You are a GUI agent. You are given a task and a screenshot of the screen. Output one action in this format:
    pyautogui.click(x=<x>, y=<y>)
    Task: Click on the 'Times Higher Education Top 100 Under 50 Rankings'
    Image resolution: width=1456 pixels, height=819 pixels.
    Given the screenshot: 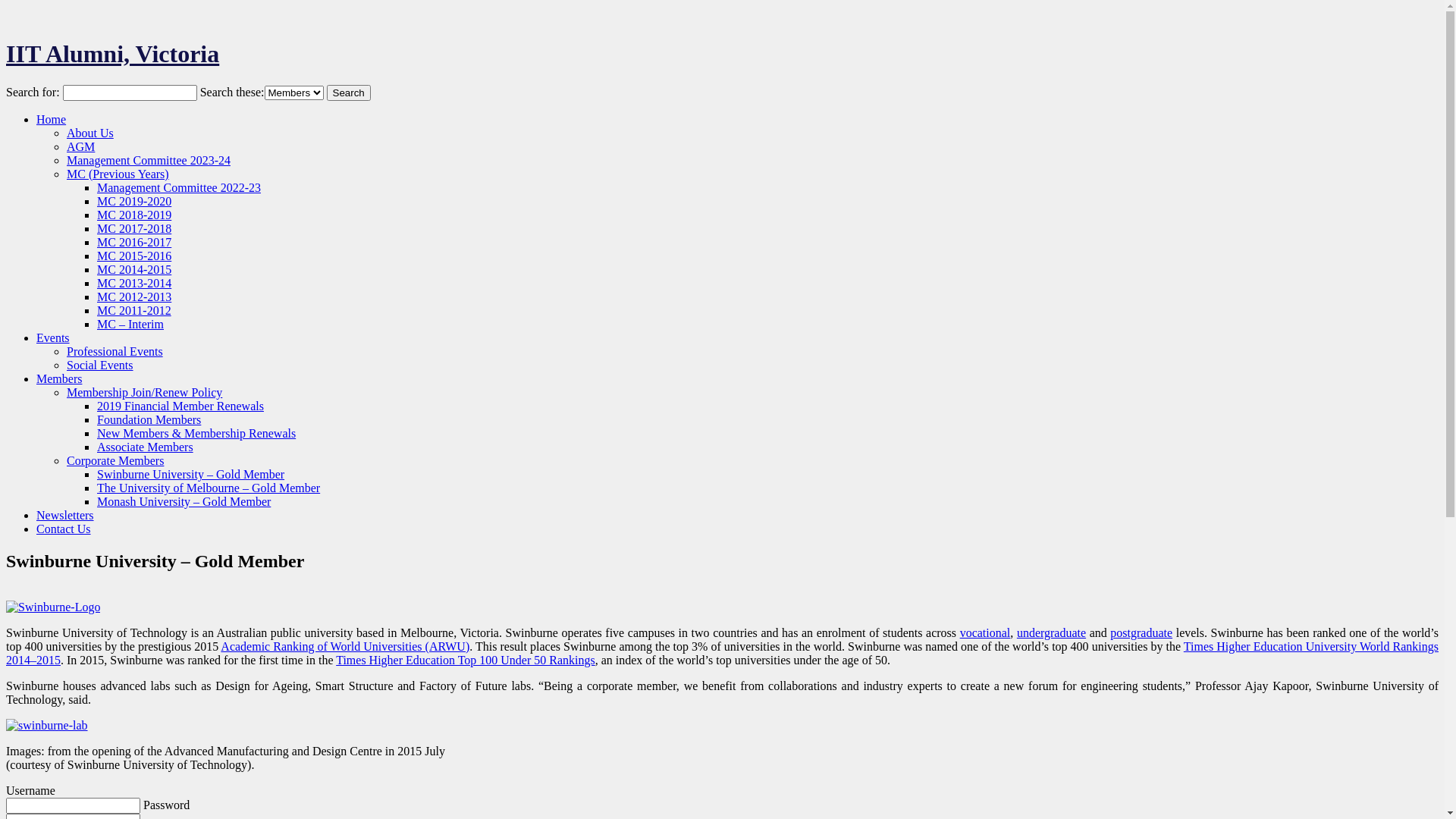 What is the action you would take?
    pyautogui.click(x=465, y=659)
    